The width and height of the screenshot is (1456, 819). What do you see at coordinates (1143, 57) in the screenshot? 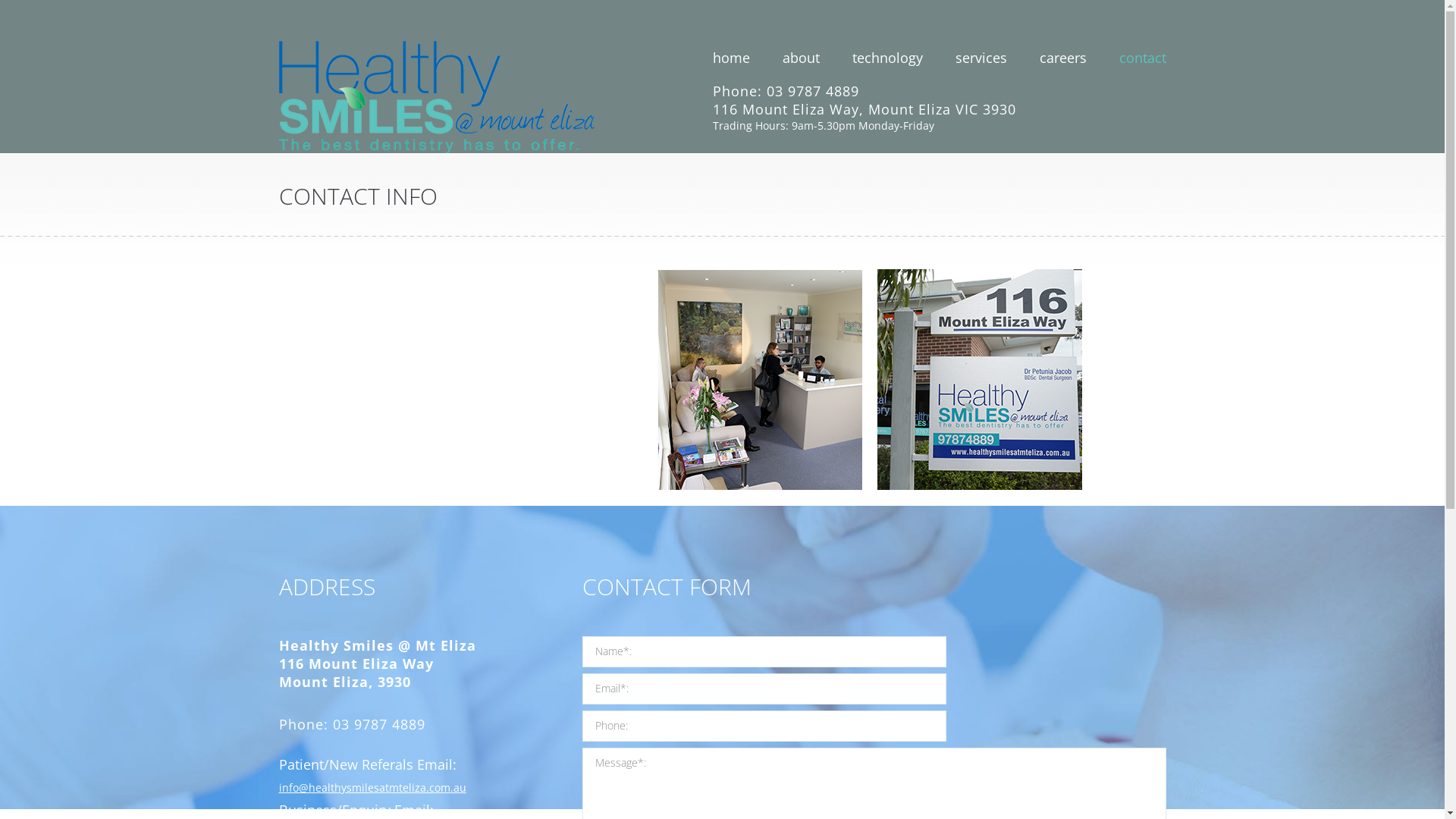
I see `'contact'` at bounding box center [1143, 57].